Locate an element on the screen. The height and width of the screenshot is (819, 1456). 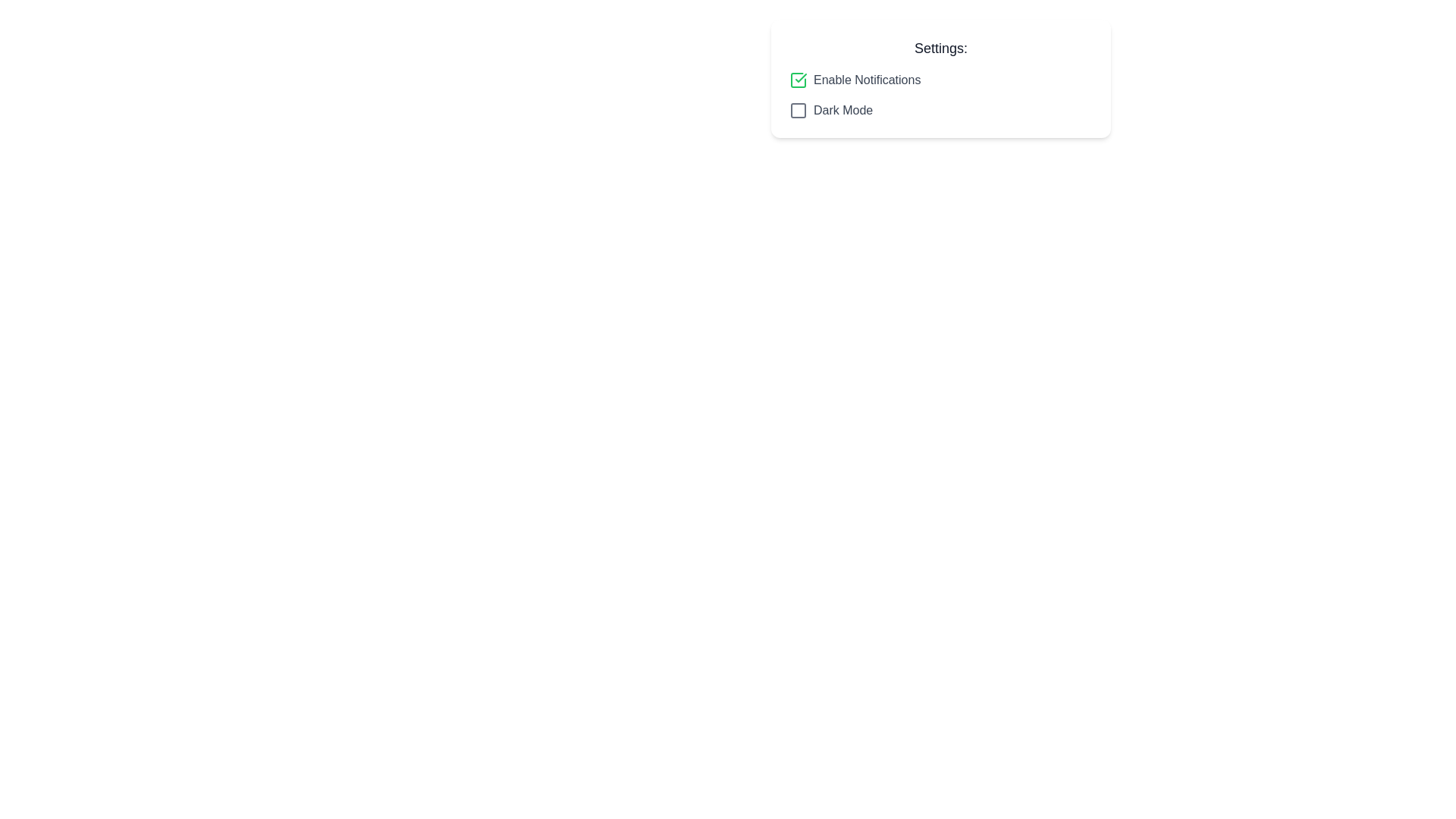
the text 'Enable Notifications' to interact with the label is located at coordinates (866, 80).